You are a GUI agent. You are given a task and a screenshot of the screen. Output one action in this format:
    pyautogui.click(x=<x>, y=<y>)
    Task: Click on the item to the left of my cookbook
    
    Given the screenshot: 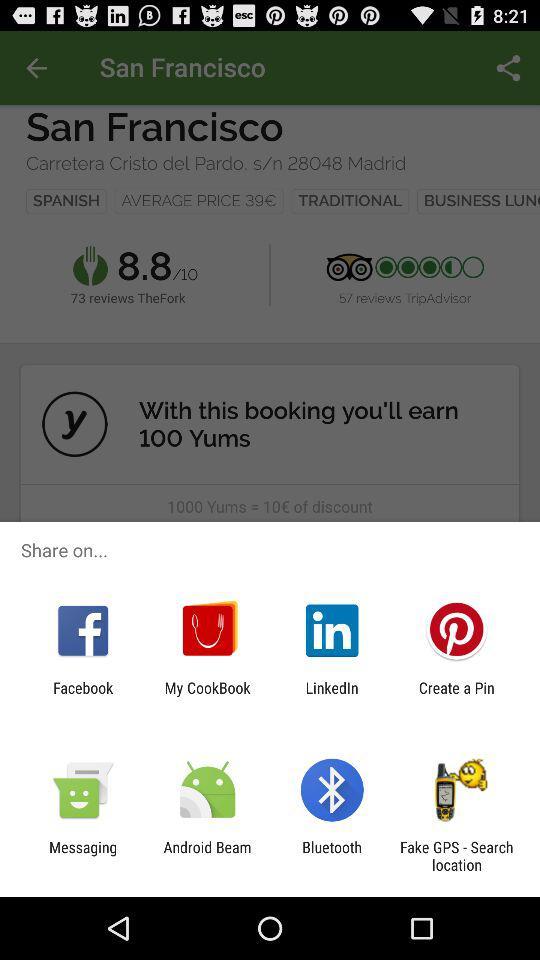 What is the action you would take?
    pyautogui.click(x=82, y=696)
    